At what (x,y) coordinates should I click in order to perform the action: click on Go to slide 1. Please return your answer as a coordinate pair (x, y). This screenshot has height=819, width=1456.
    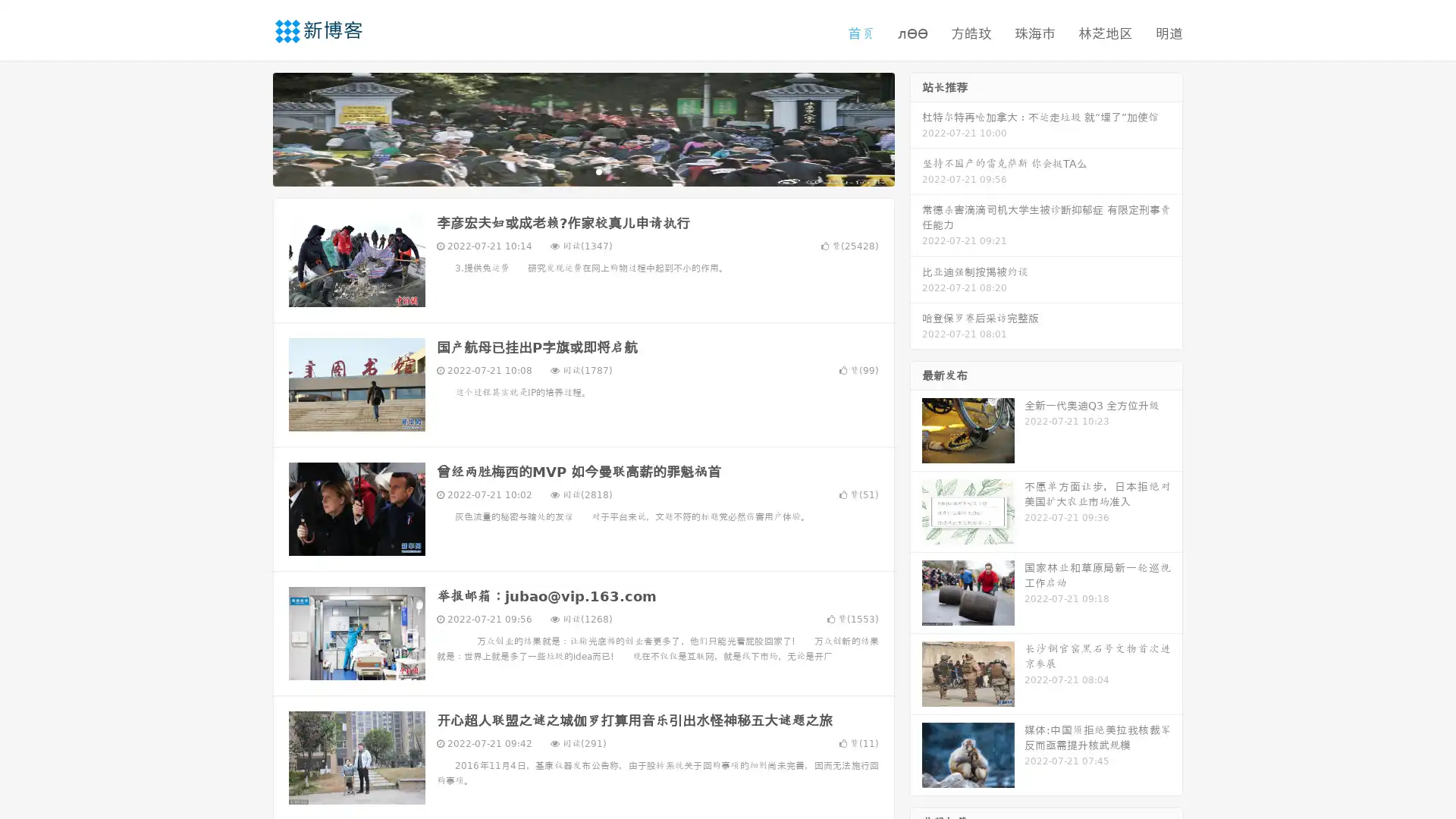
    Looking at the image, I should click on (567, 171).